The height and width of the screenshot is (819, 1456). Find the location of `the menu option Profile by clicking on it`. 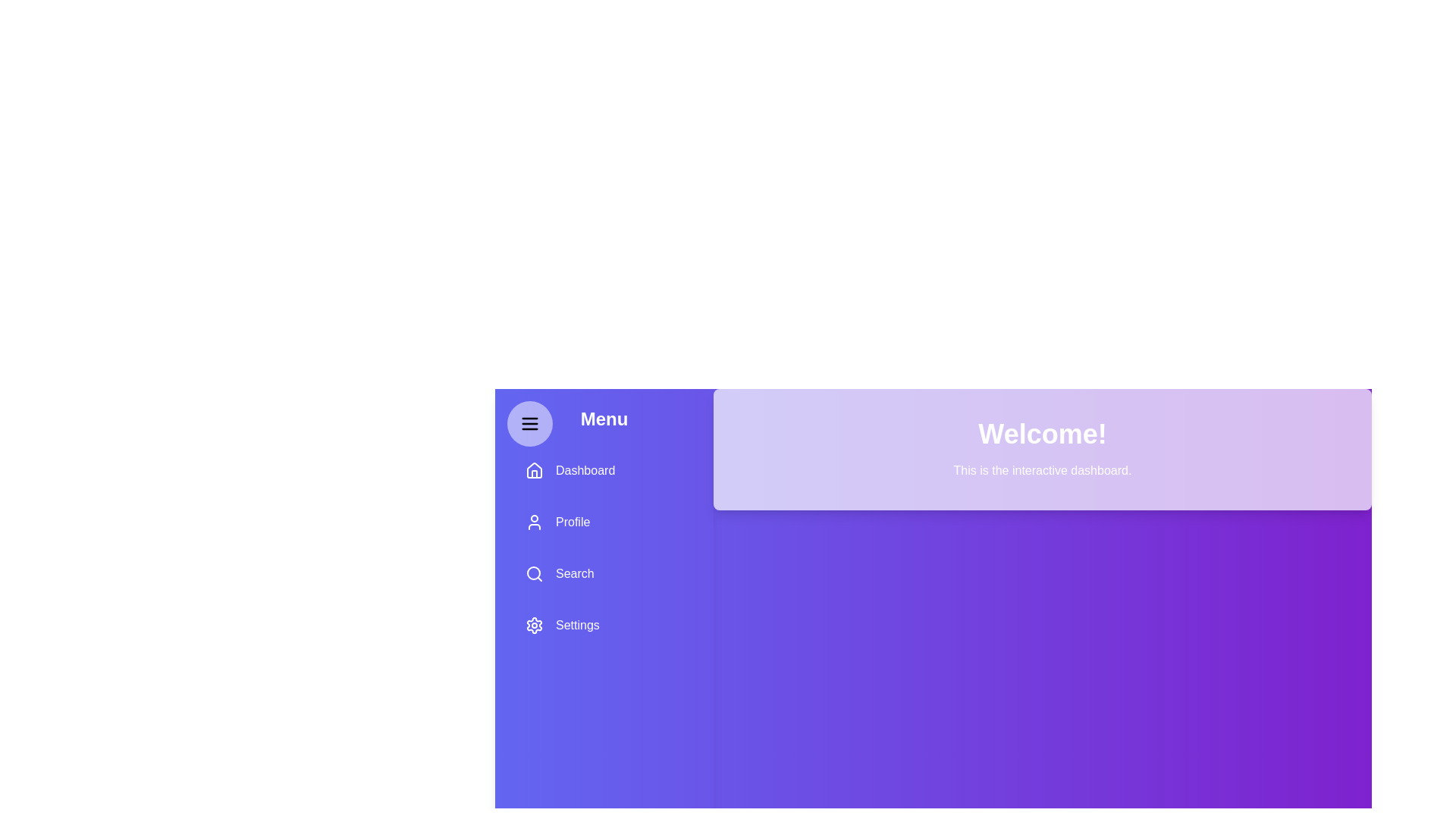

the menu option Profile by clicking on it is located at coordinates (603, 522).